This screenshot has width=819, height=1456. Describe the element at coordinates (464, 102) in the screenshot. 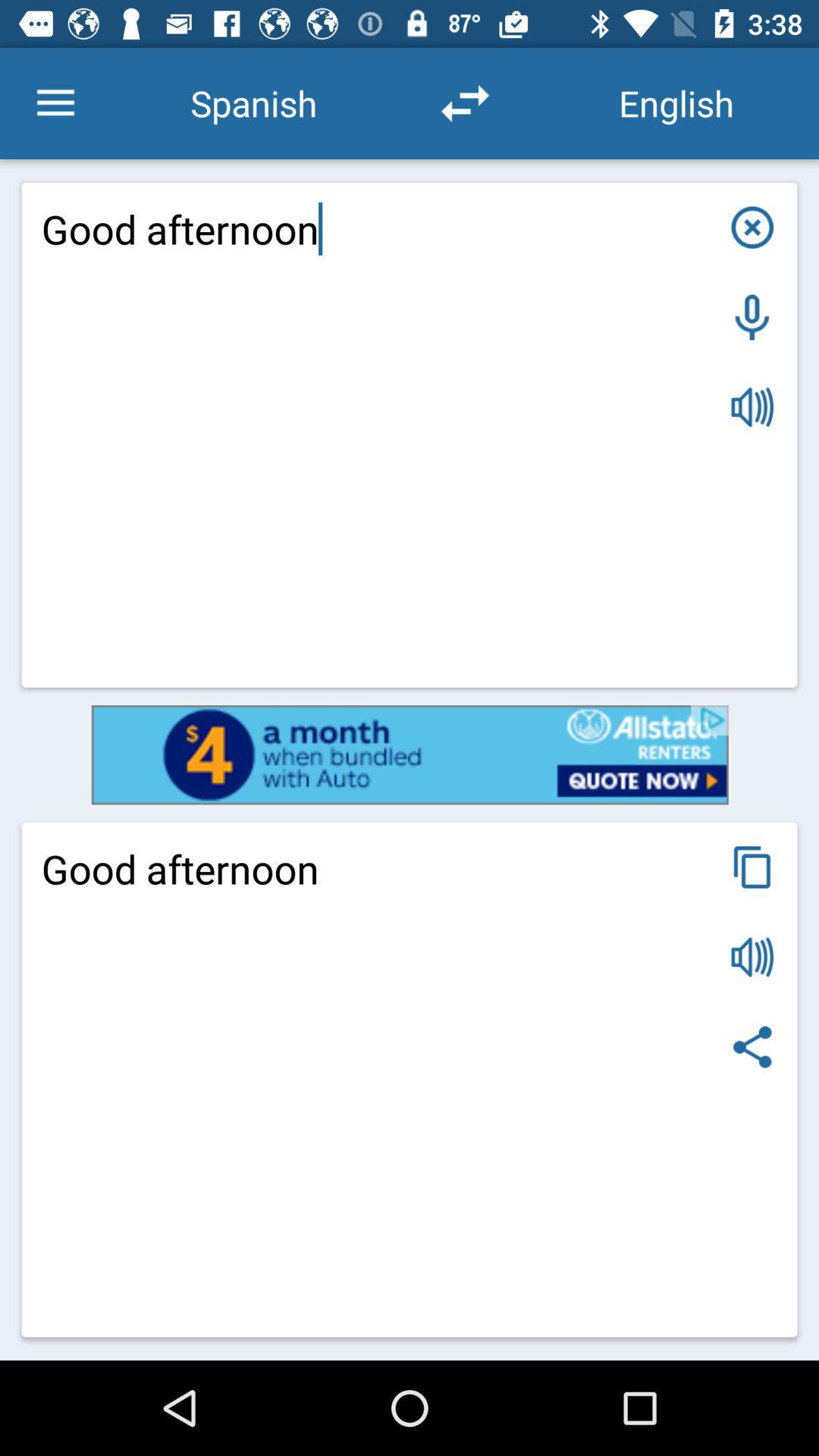

I see `arrow` at that location.